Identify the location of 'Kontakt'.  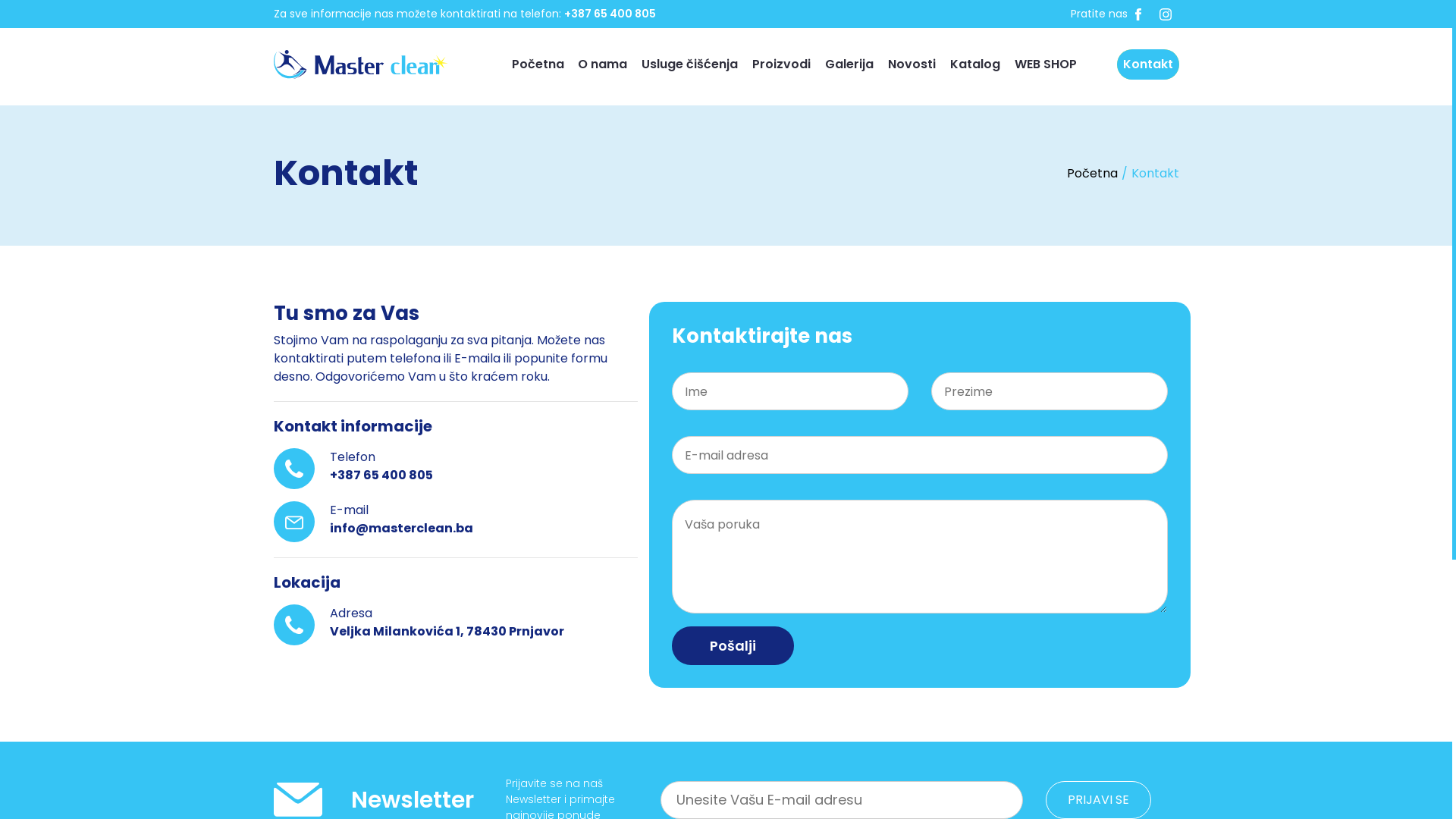
(1147, 63).